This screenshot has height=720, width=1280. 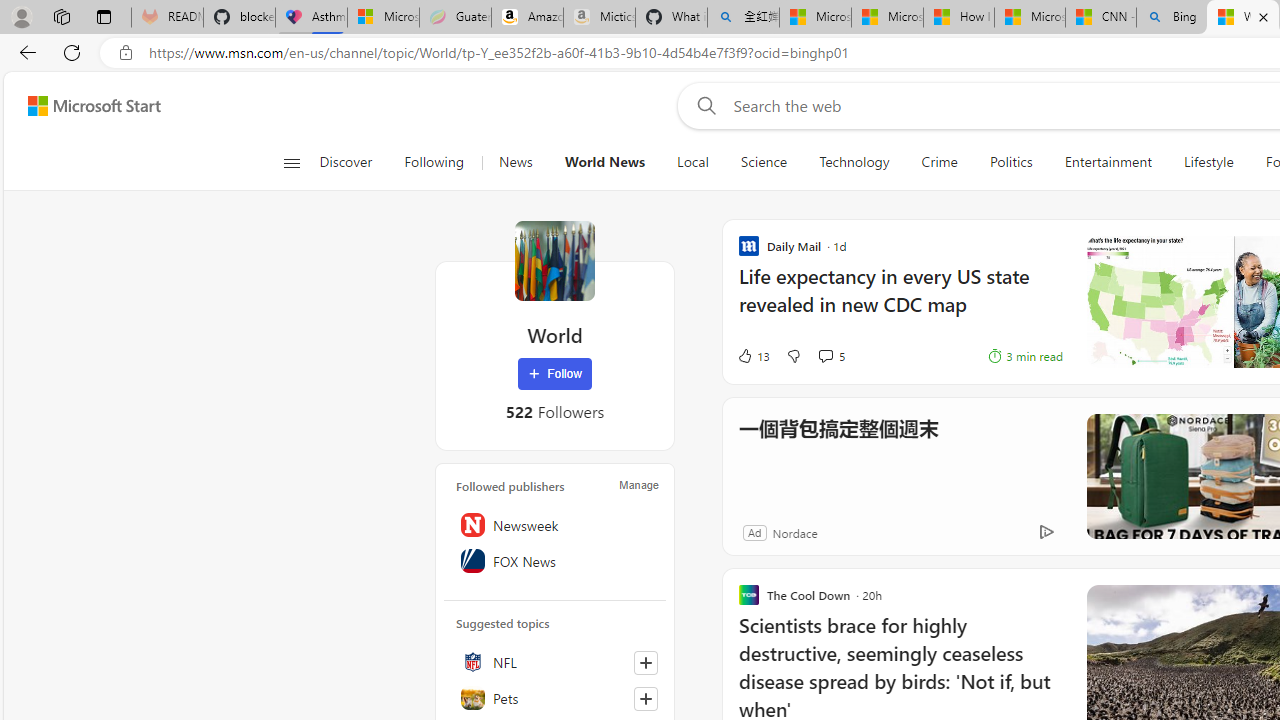 What do you see at coordinates (763, 162) in the screenshot?
I see `'Science'` at bounding box center [763, 162].